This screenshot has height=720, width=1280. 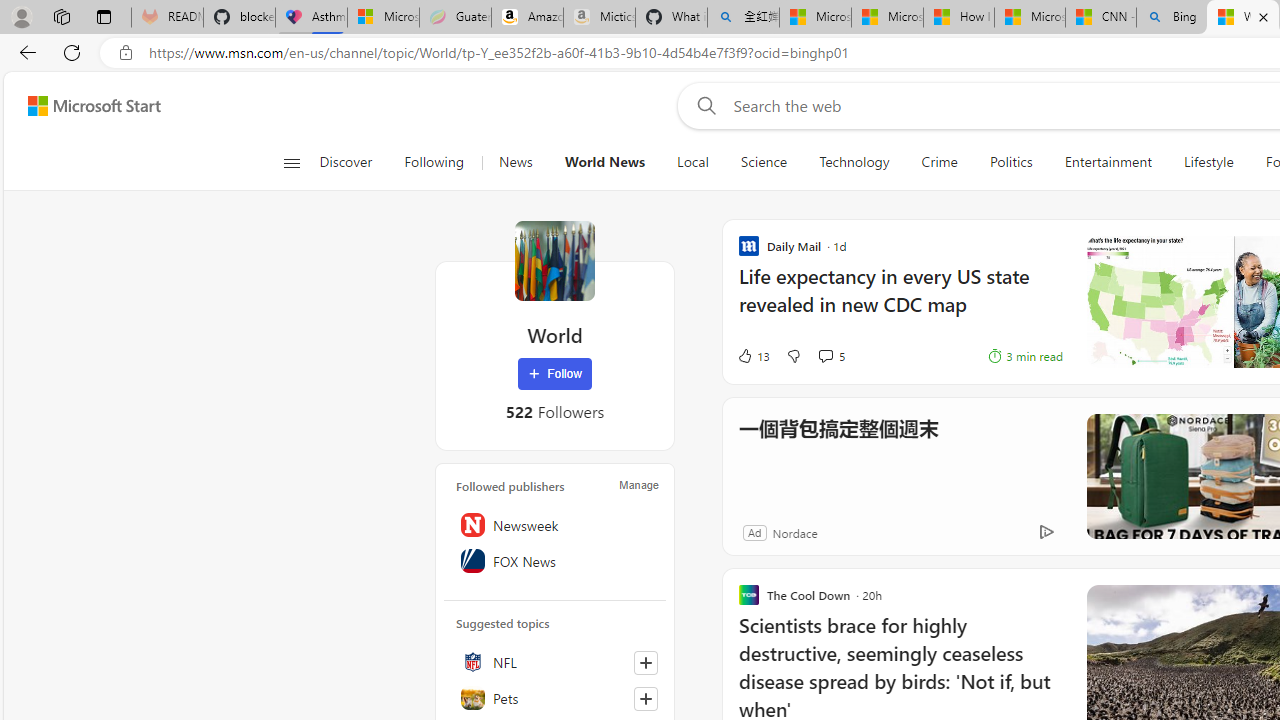 What do you see at coordinates (763, 162) in the screenshot?
I see `'Science'` at bounding box center [763, 162].